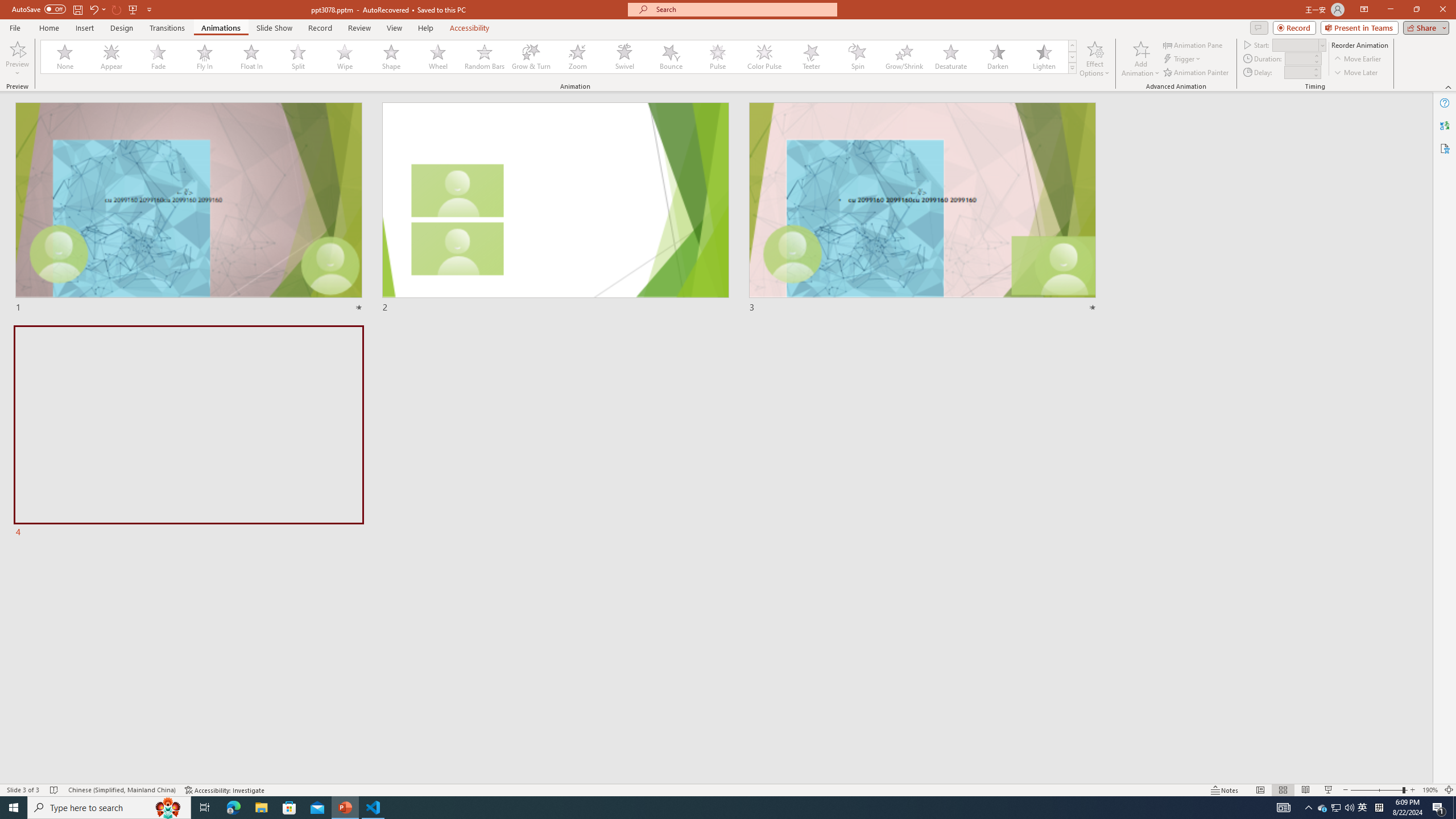 Image resolution: width=1456 pixels, height=819 pixels. I want to click on 'Wheel', so click(438, 56).